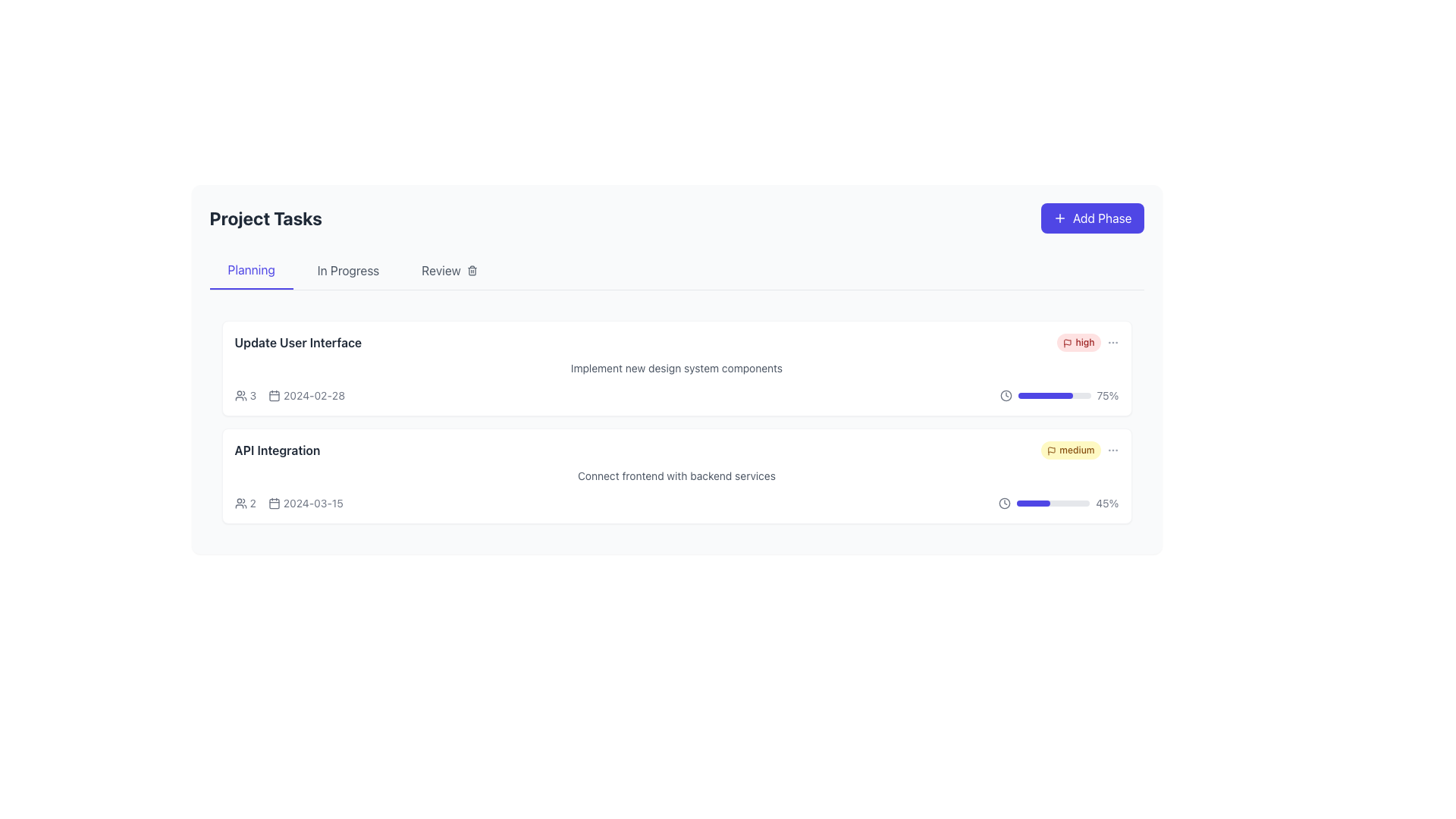  What do you see at coordinates (313, 394) in the screenshot?
I see `the text label displaying the date '2024-02-28' located next to the calendar icon in the first task entry of the task list` at bounding box center [313, 394].